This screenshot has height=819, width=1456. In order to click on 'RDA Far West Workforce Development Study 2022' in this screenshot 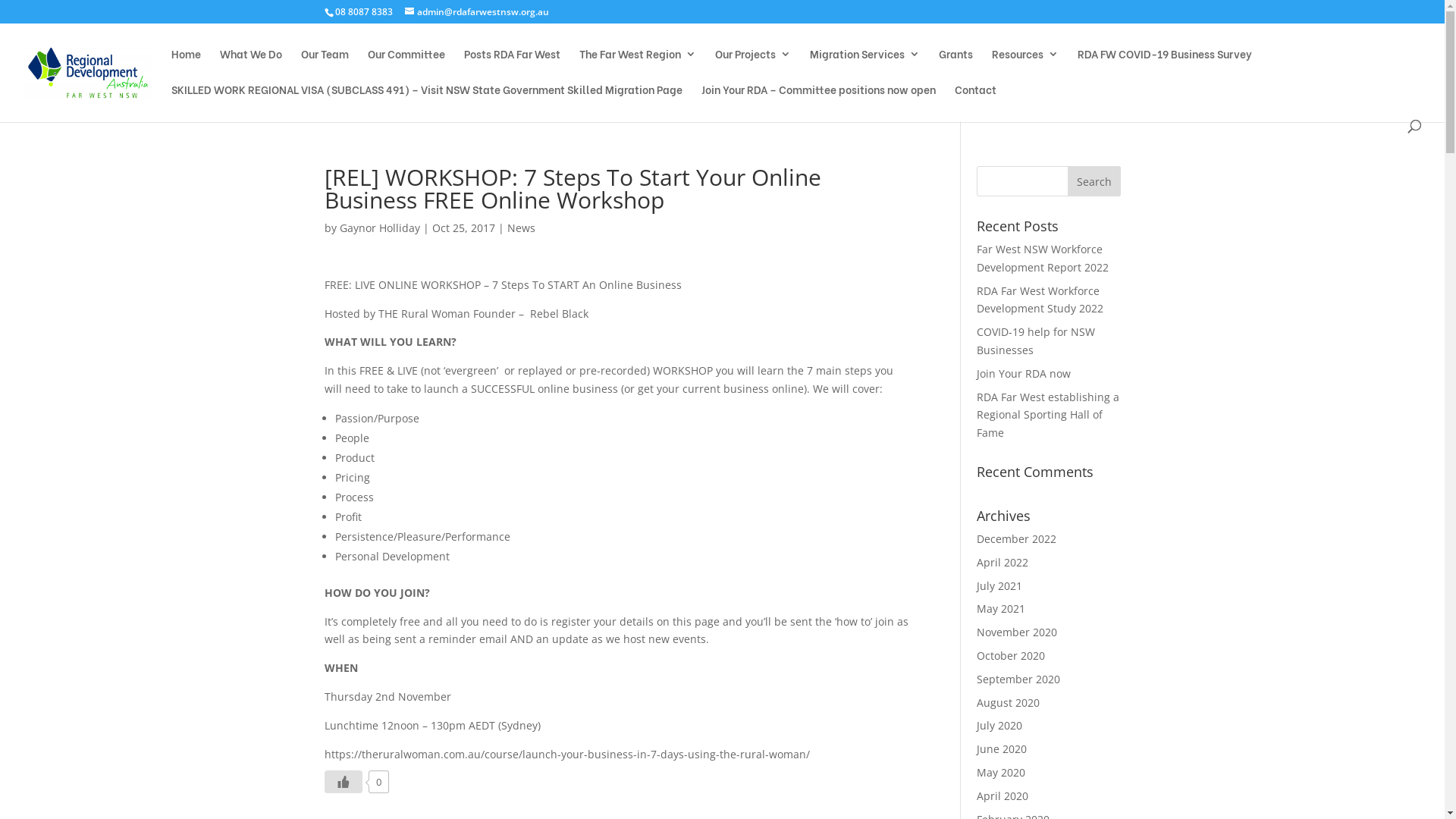, I will do `click(1039, 300)`.